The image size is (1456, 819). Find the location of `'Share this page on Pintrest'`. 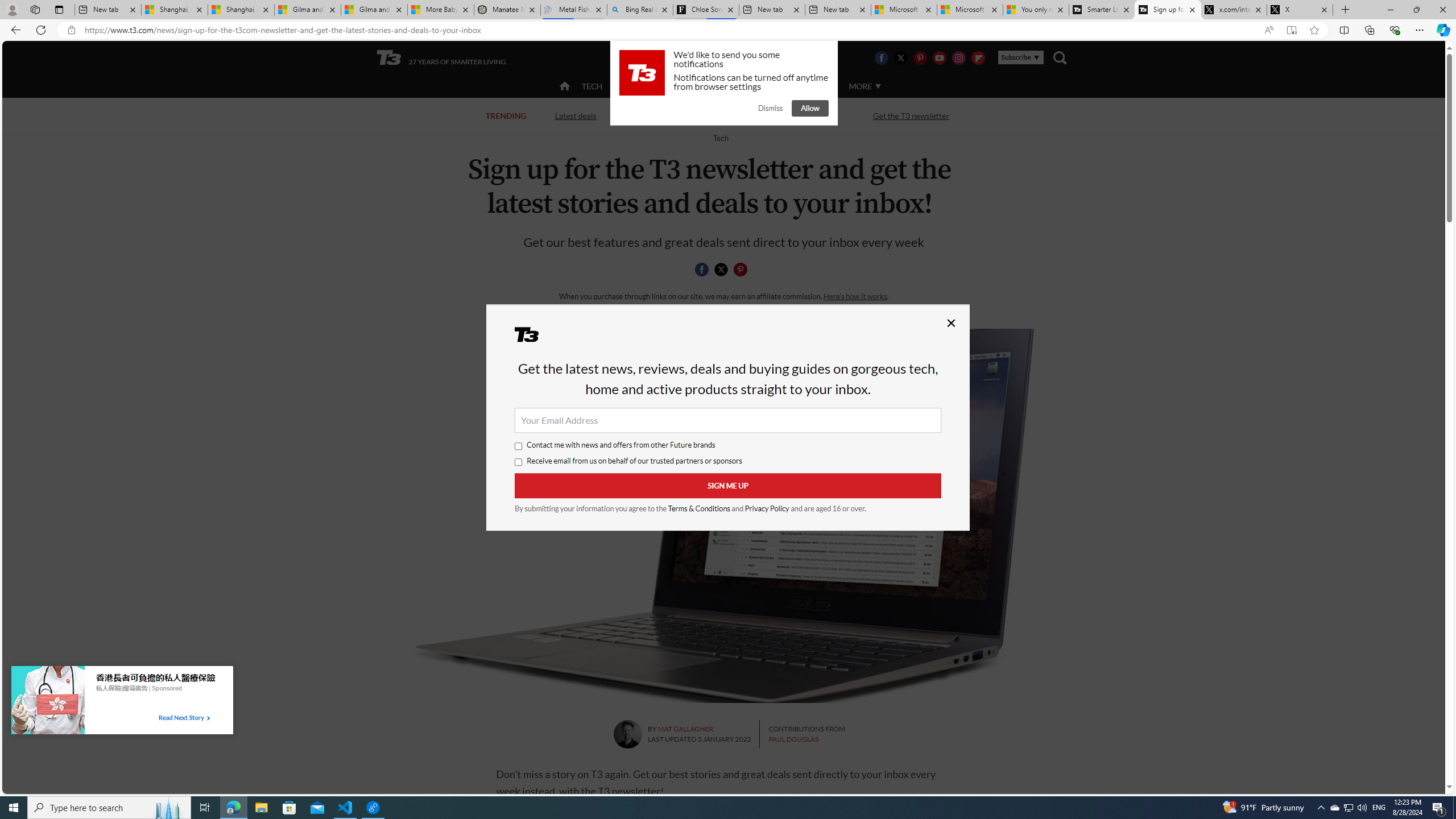

'Share this page on Pintrest' is located at coordinates (739, 270).